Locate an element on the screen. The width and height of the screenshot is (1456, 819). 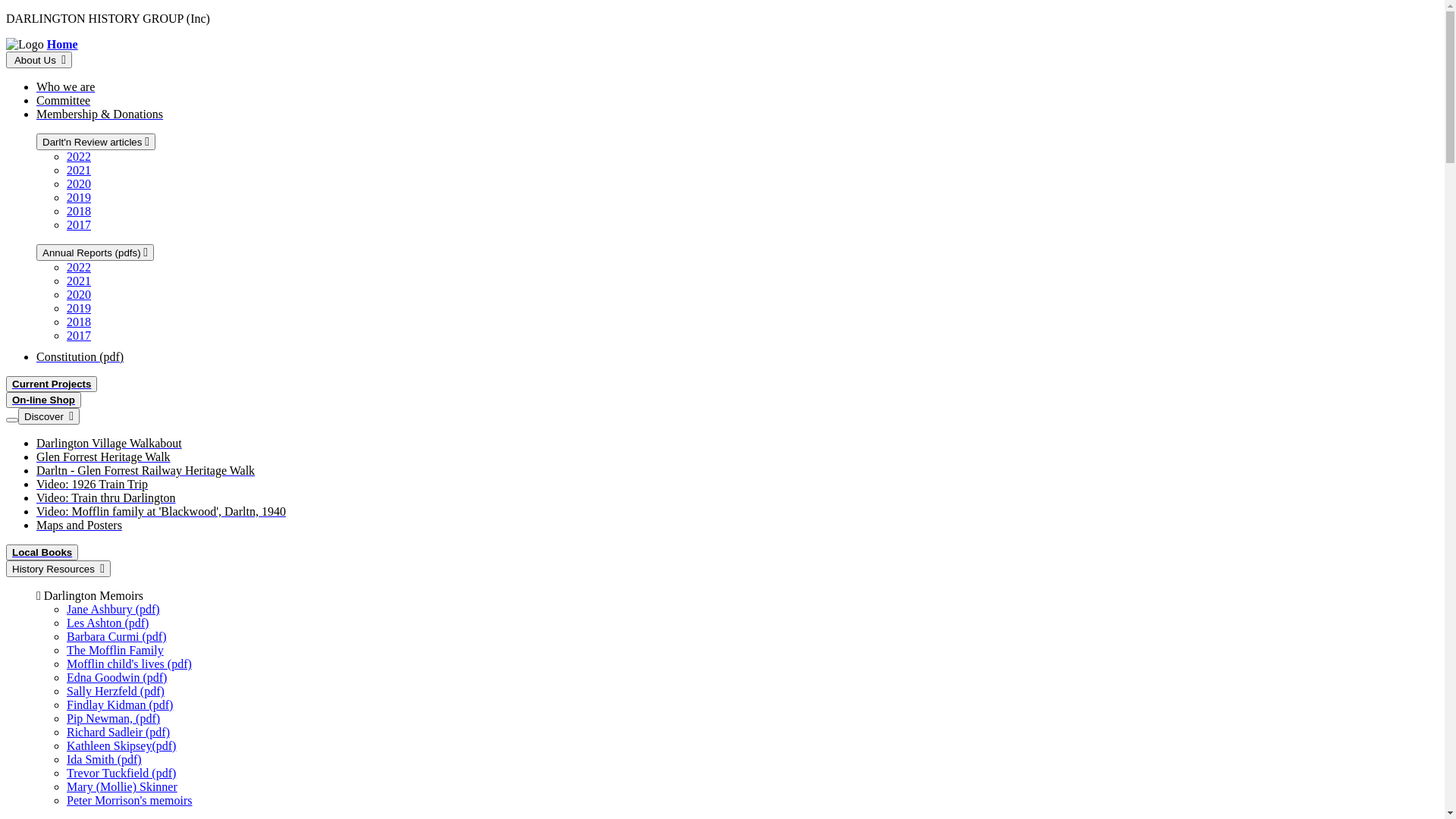
'Who we are' is located at coordinates (36, 86).